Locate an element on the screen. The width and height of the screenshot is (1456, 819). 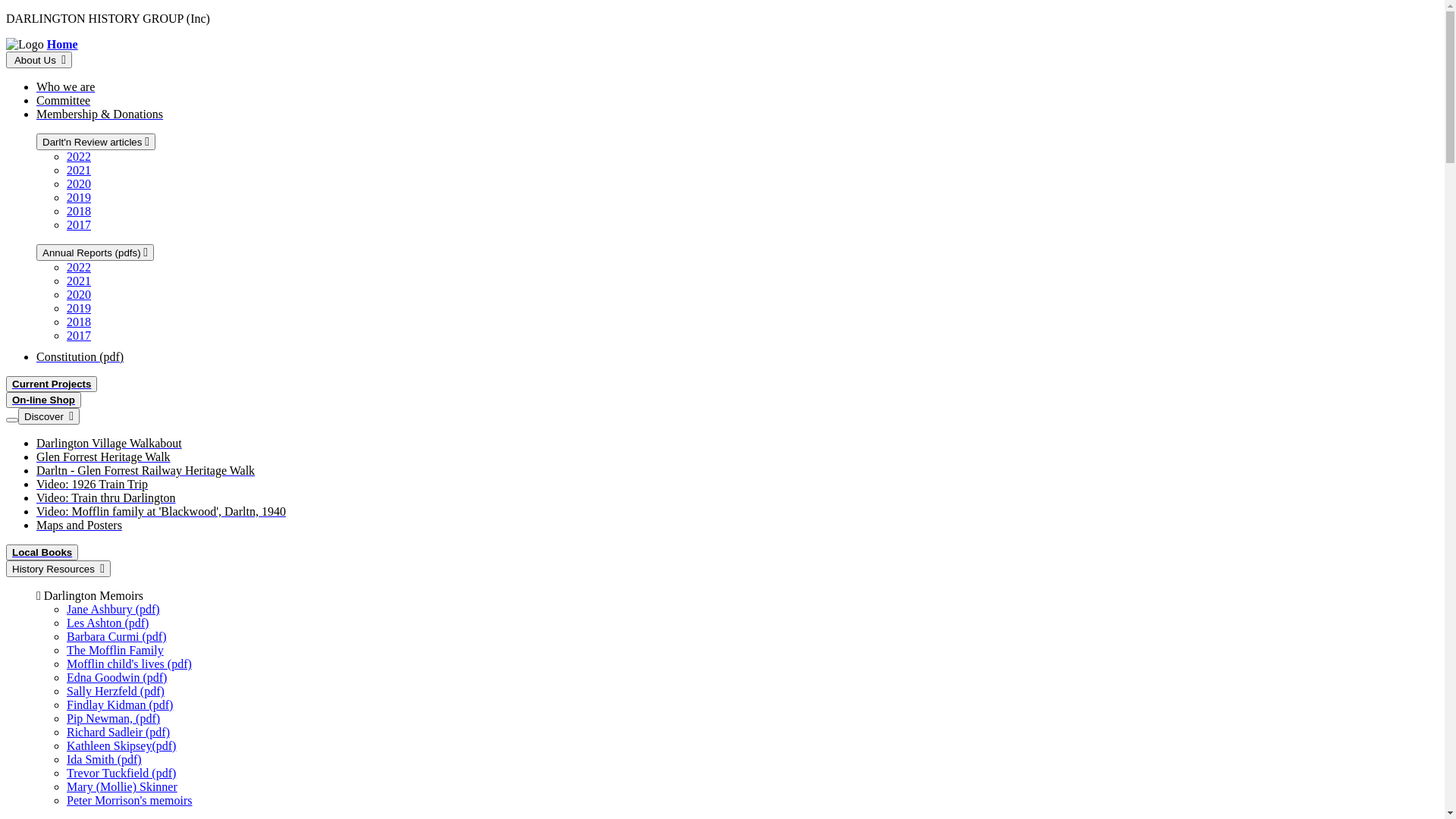
'Who we are' is located at coordinates (36, 86).